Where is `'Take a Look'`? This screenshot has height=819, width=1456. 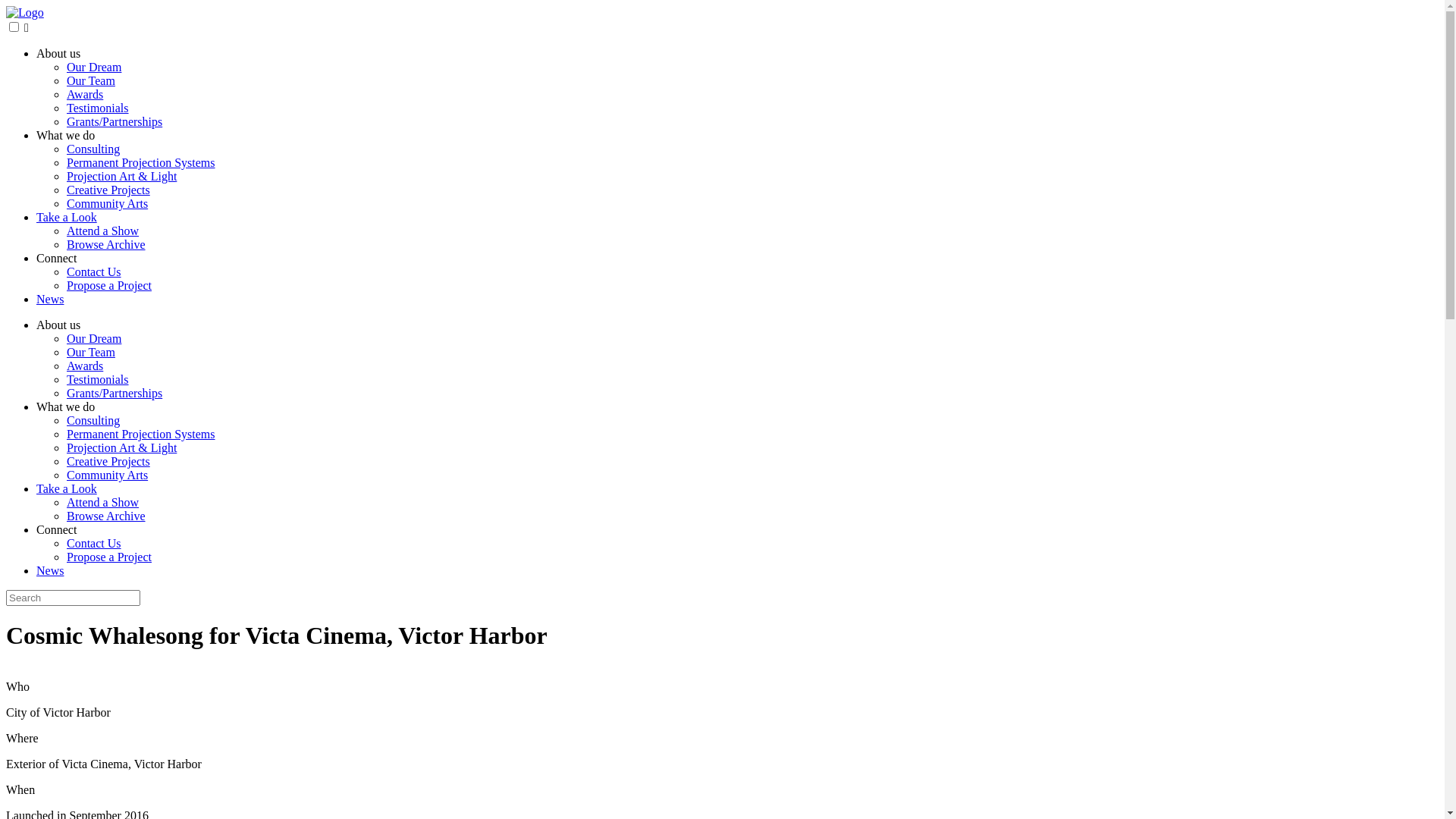
'Take a Look' is located at coordinates (36, 488).